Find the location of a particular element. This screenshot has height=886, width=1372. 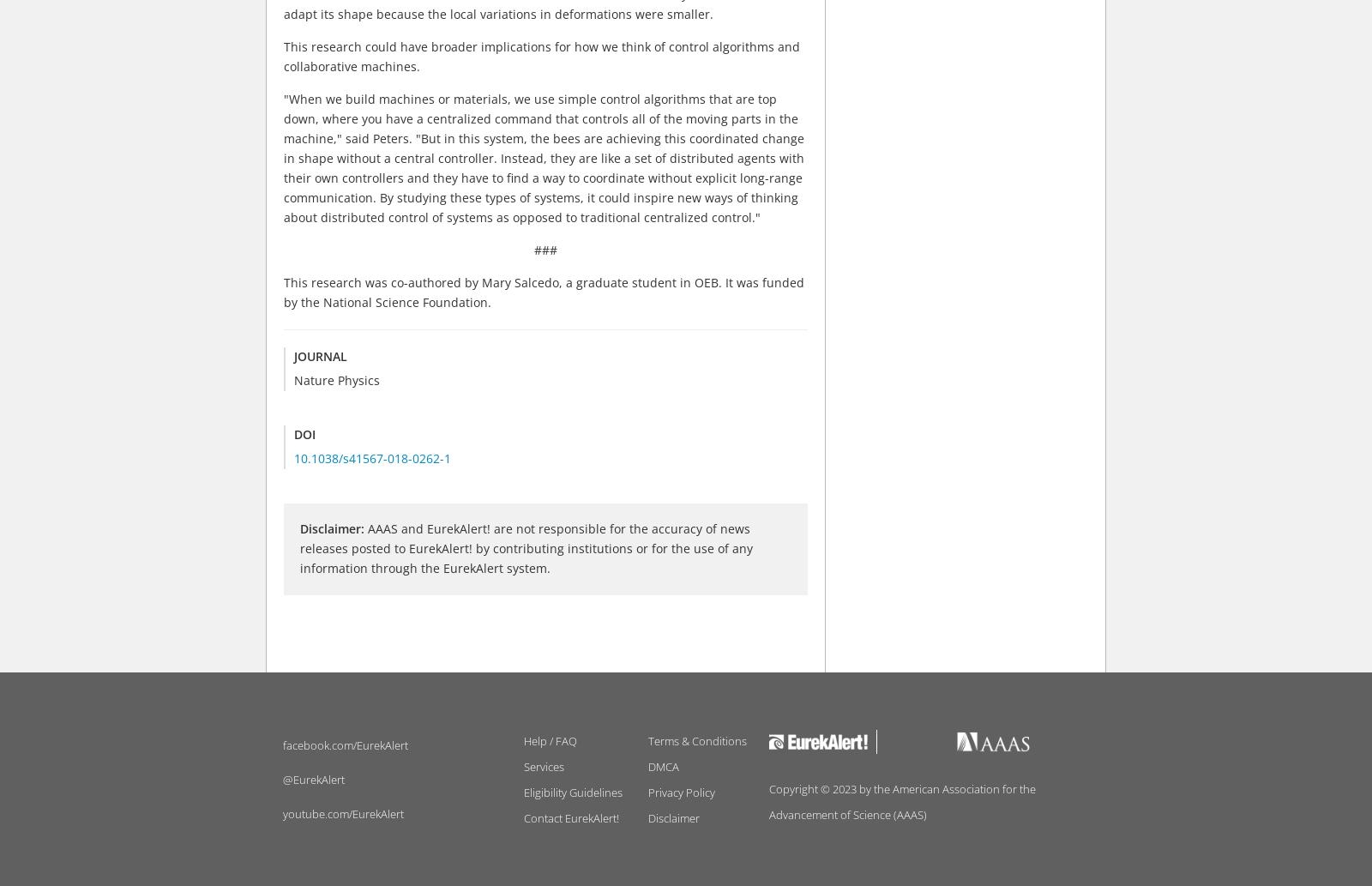

'facebook.com/EurekAlert' is located at coordinates (345, 744).